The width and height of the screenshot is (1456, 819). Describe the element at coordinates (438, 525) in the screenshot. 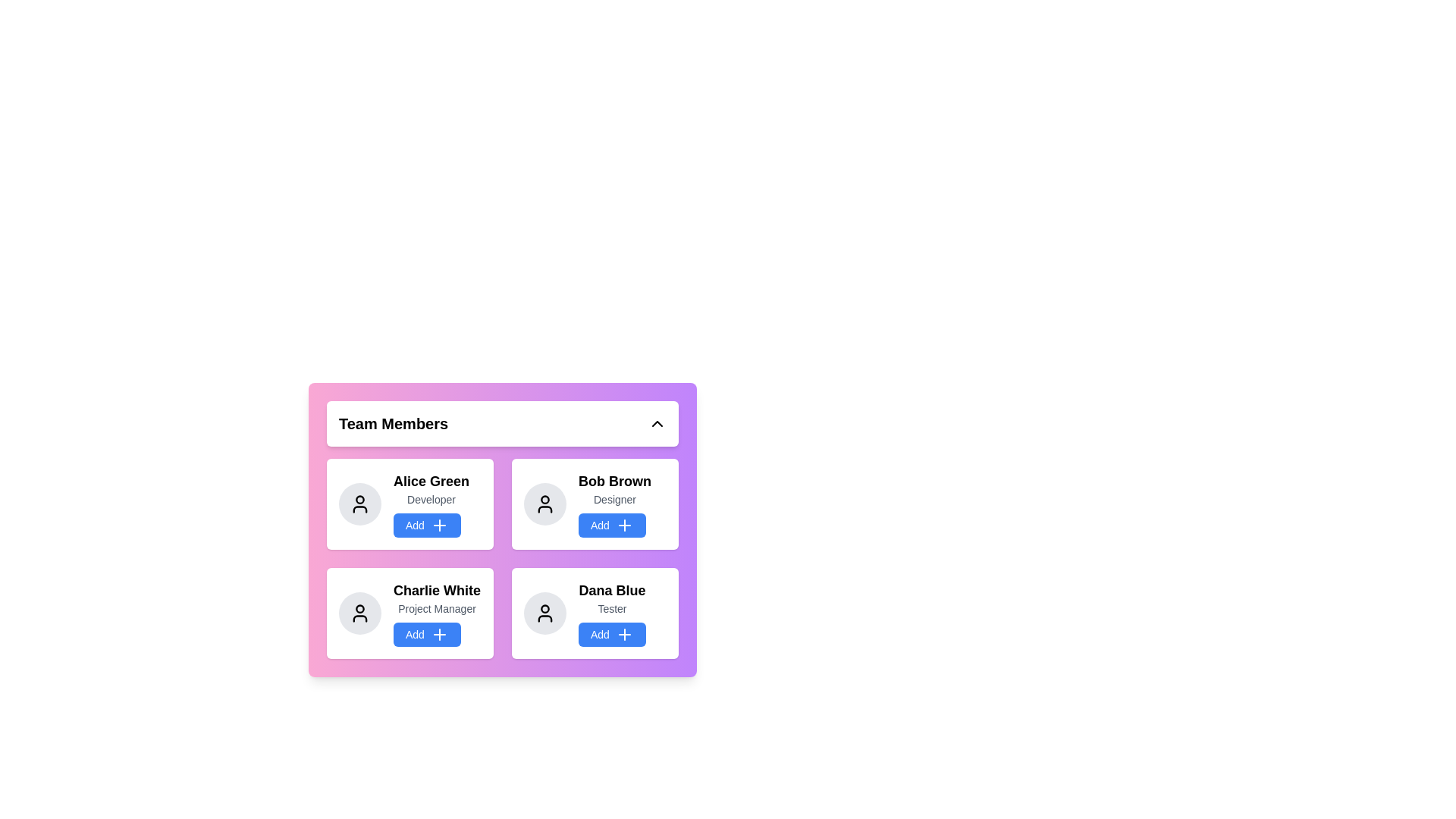

I see `the blue circular '+' icon located at the end of the 'Add' button in the top-left card titled 'Alice Green - Developer' to potentially display a tooltip` at that location.